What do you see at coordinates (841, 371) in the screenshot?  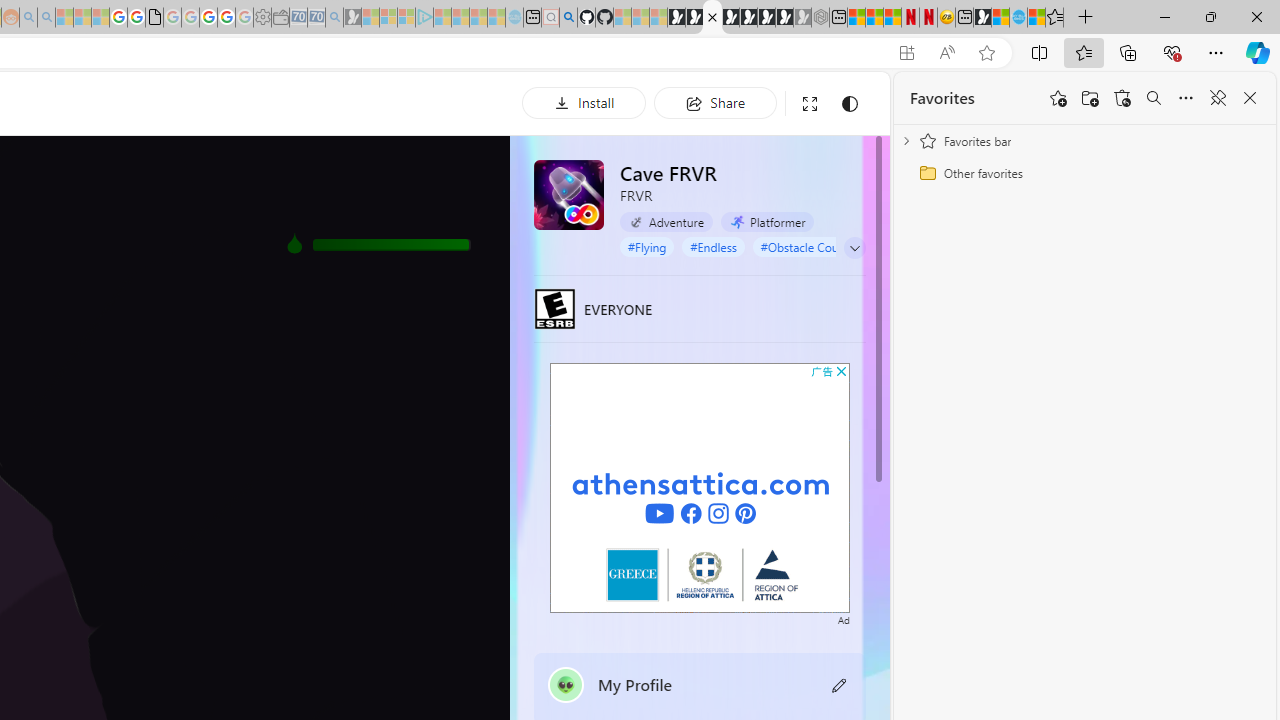 I see `'AutomationID: cbb'` at bounding box center [841, 371].